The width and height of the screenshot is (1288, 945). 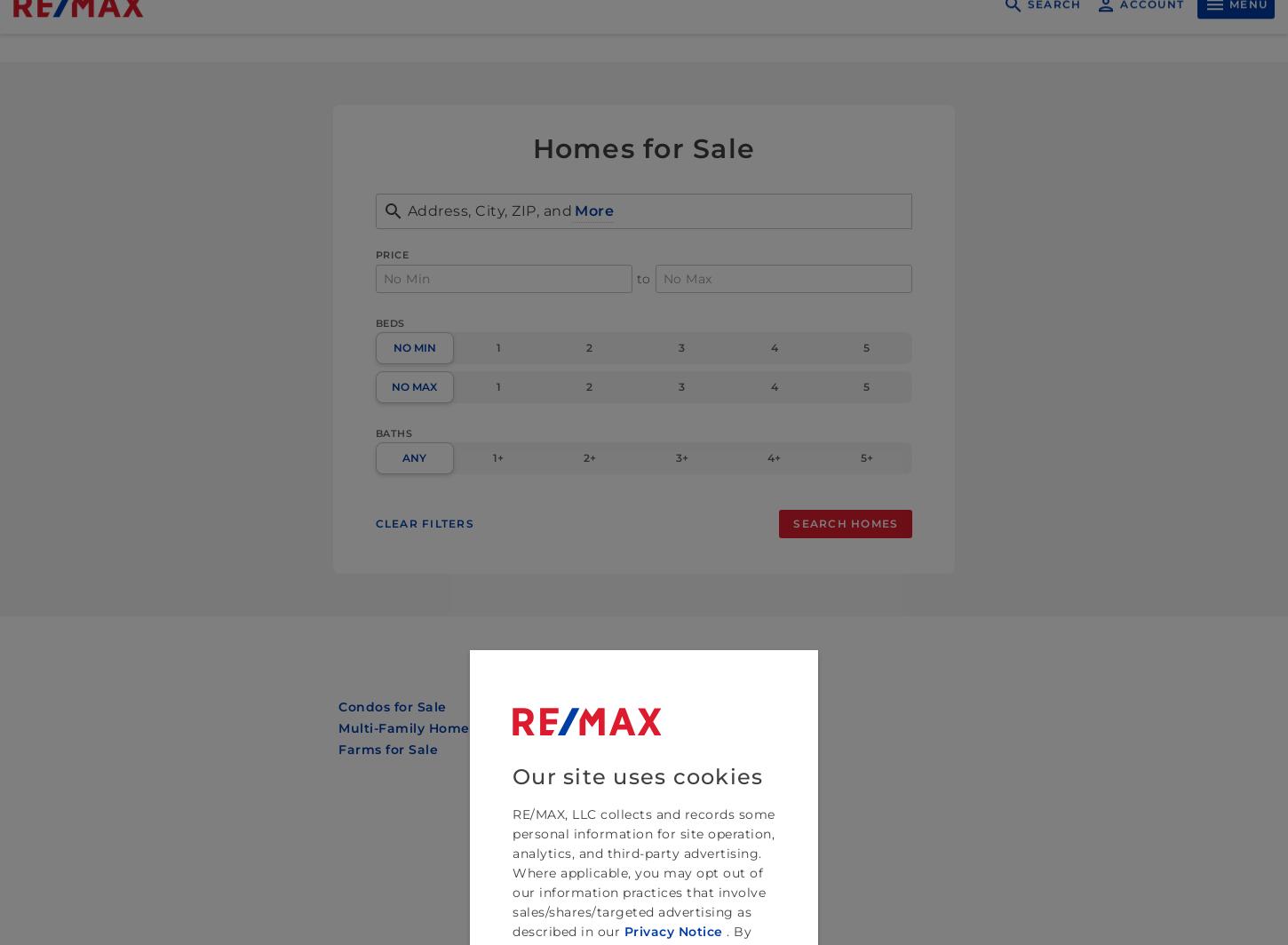 I want to click on 'No Min', so click(x=391, y=347).